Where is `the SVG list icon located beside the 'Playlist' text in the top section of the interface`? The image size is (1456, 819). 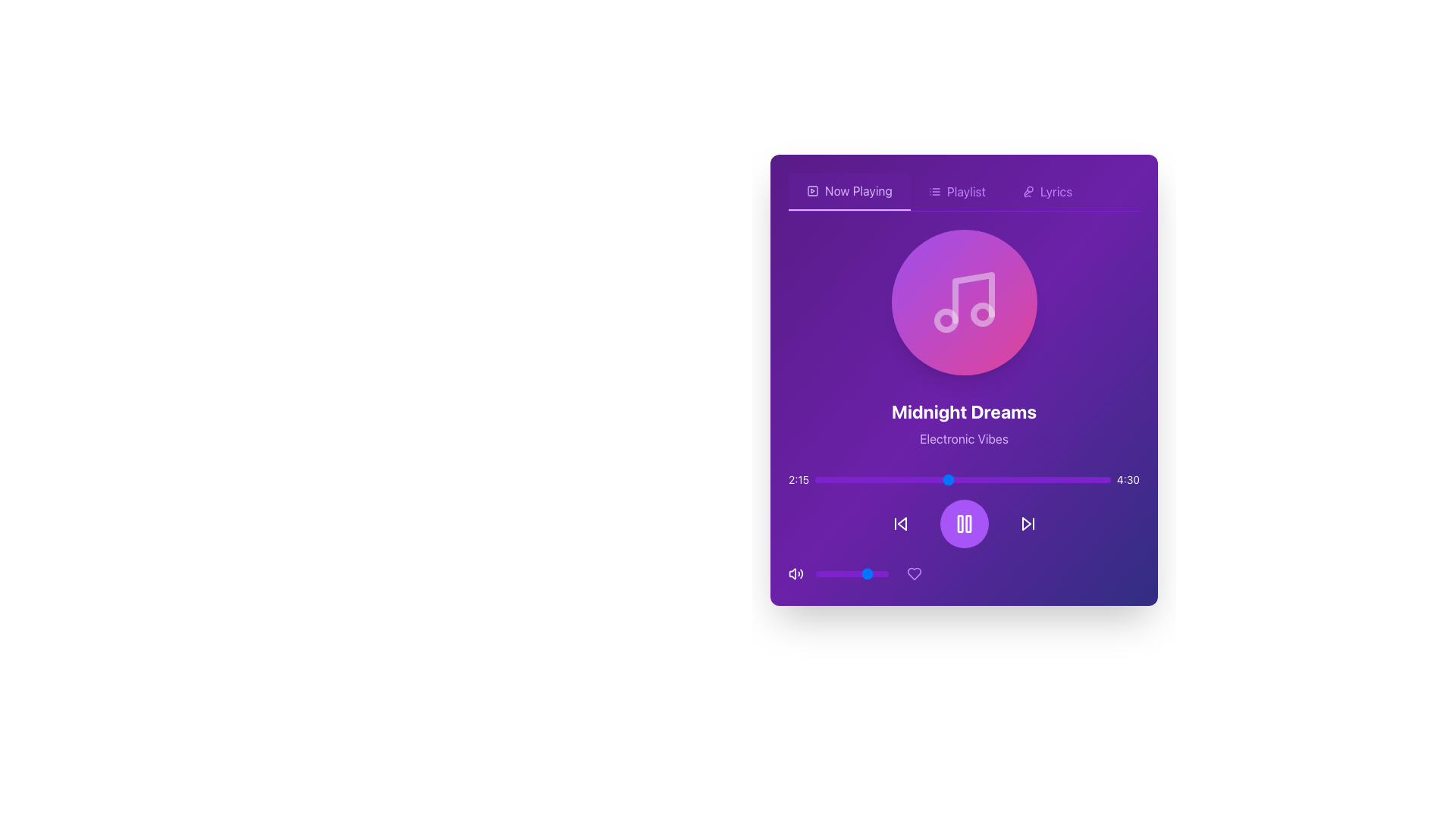 the SVG list icon located beside the 'Playlist' text in the top section of the interface is located at coordinates (934, 191).